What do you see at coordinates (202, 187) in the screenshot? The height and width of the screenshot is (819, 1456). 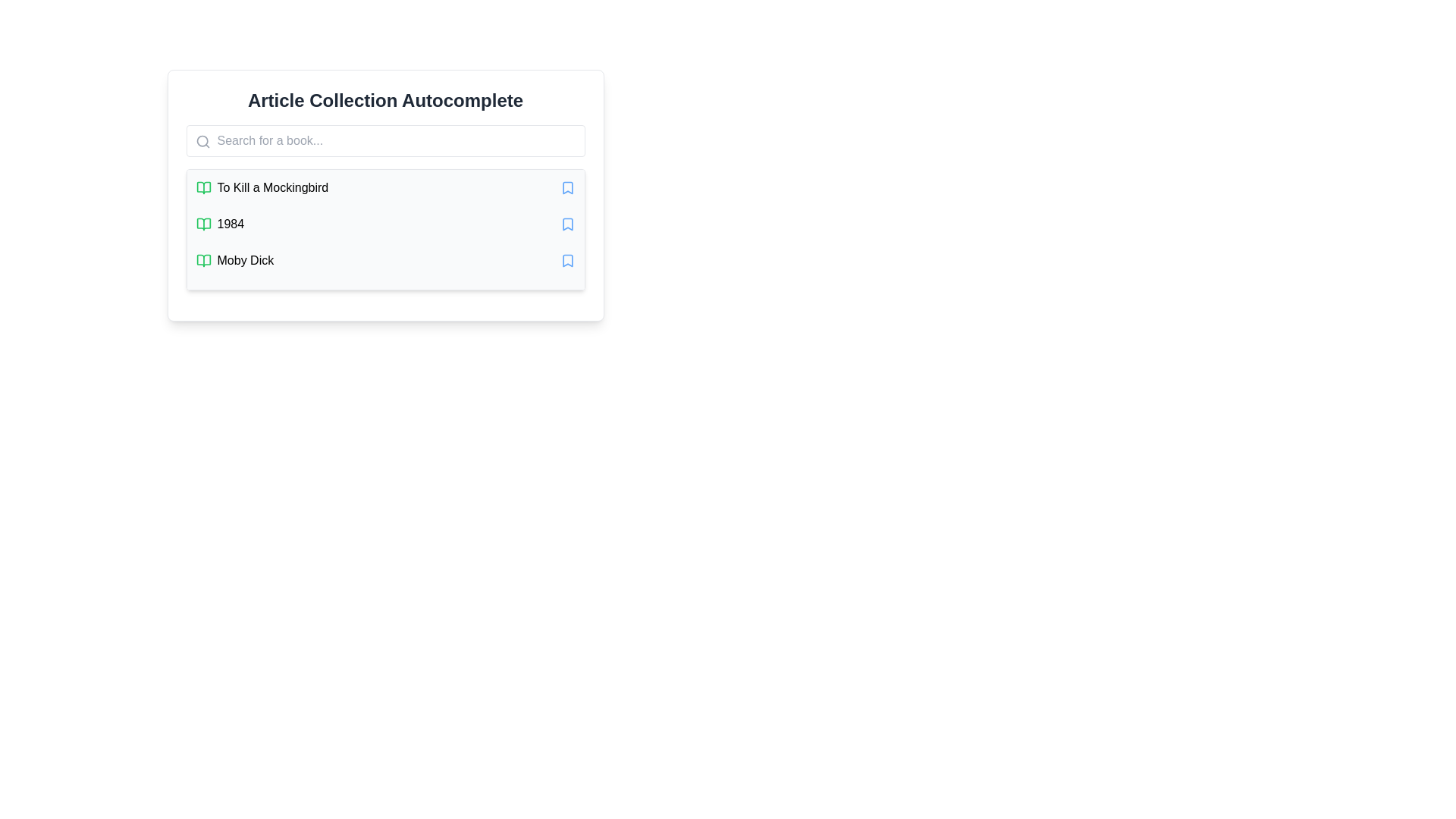 I see `the open book icon, which is the second element in the list before the item labeled '1984'` at bounding box center [202, 187].